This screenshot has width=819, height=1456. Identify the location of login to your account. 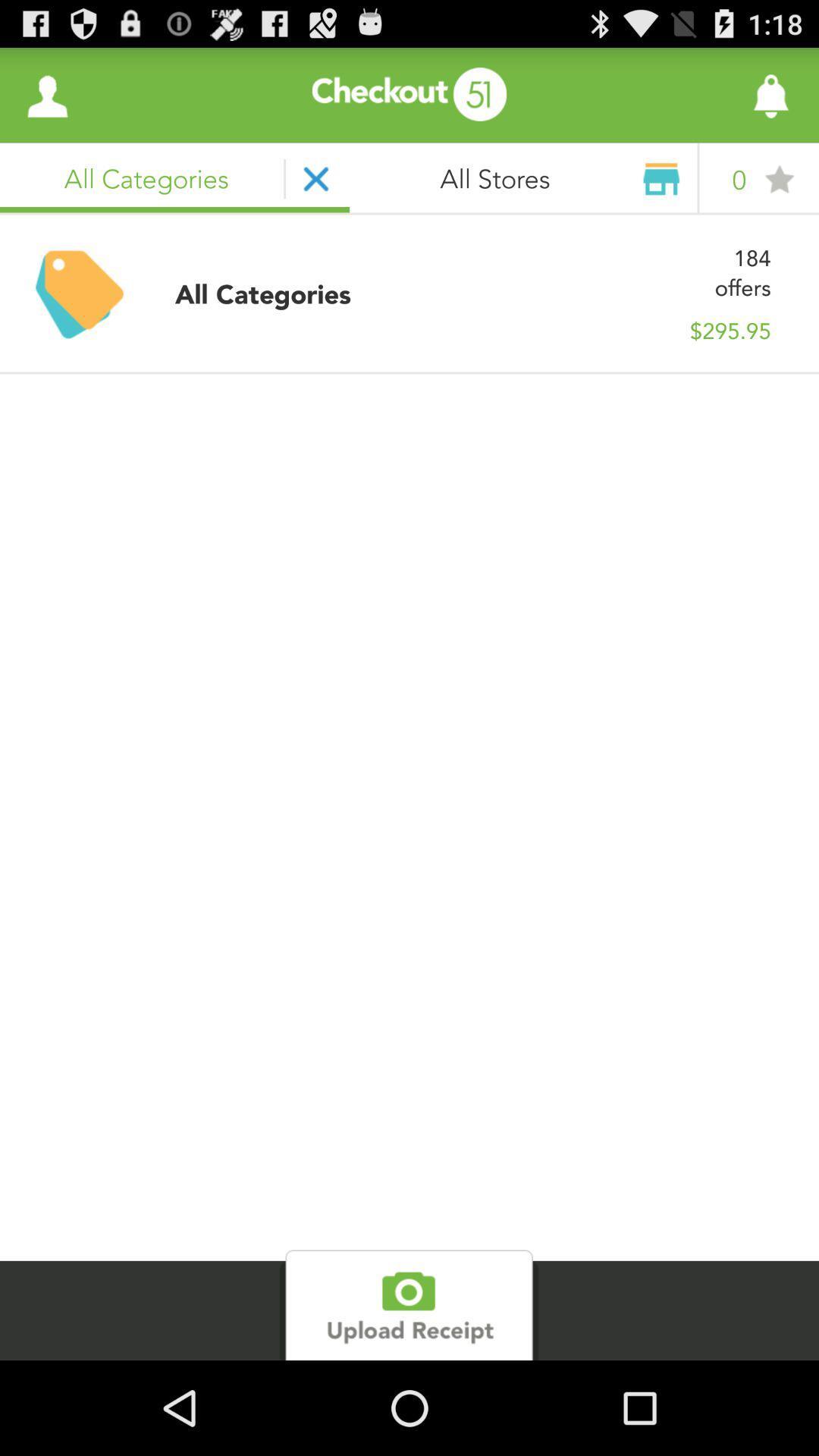
(46, 94).